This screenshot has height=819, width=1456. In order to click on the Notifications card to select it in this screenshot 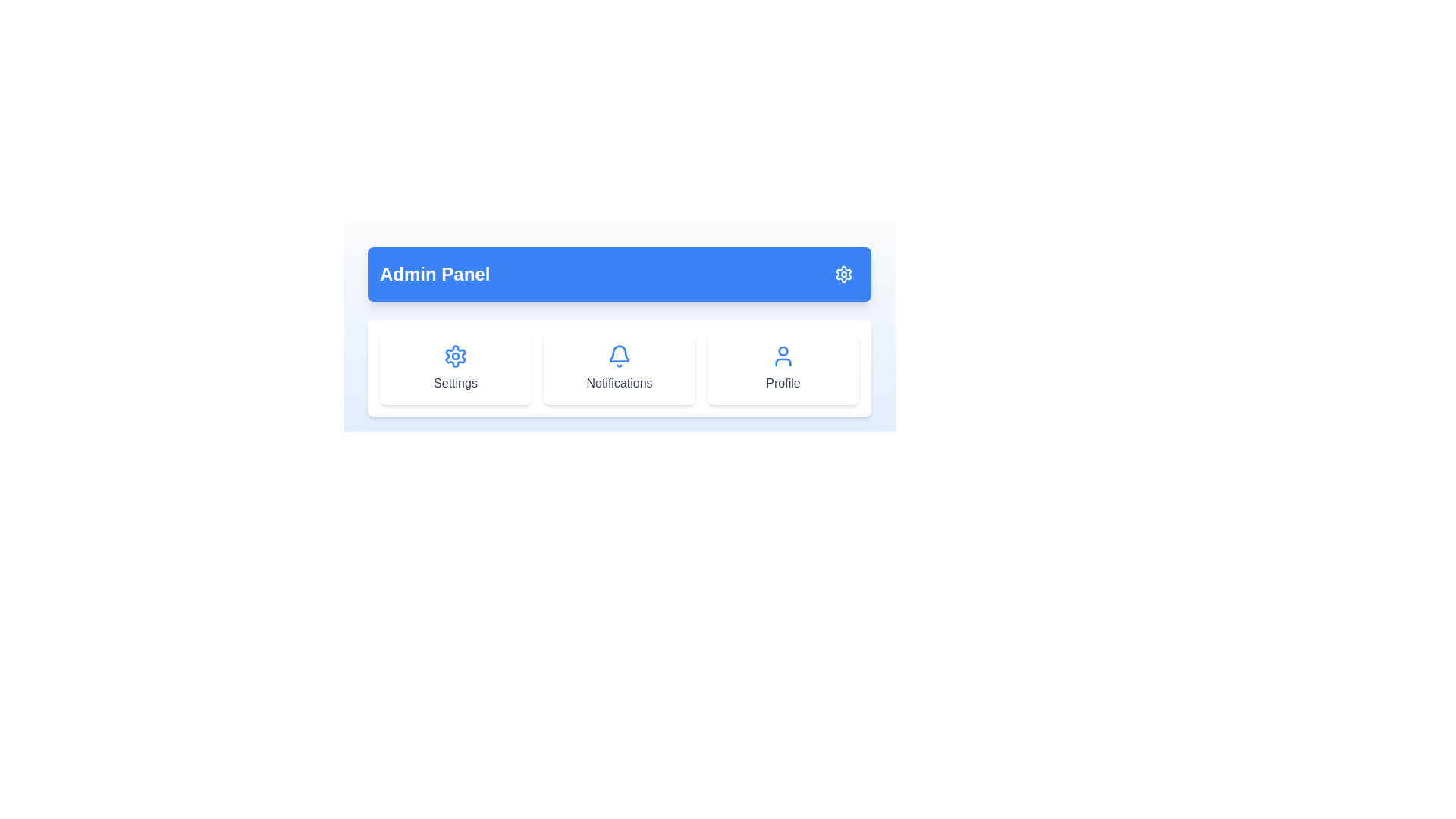, I will do `click(619, 369)`.